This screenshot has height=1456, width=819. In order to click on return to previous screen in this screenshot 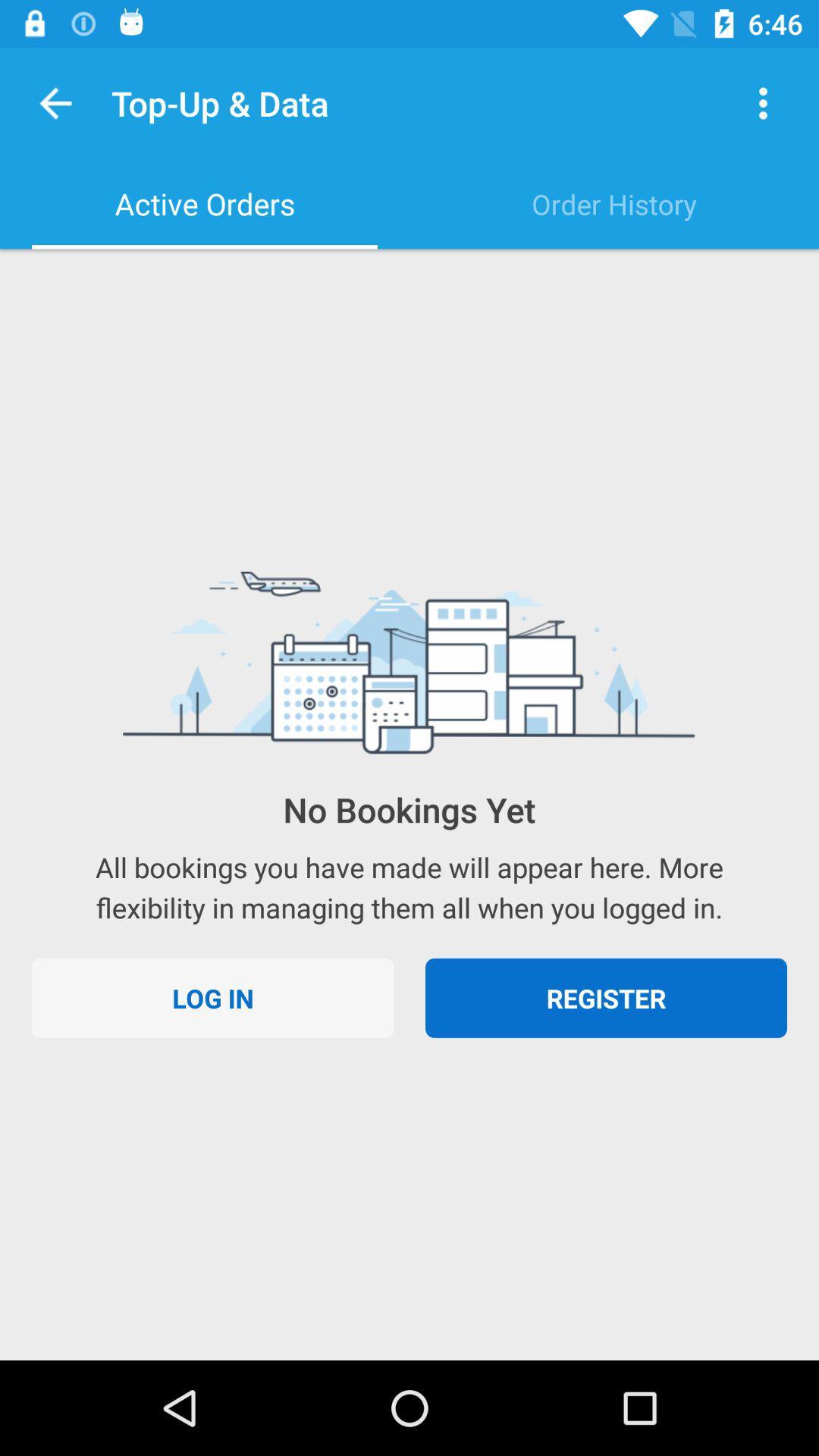, I will do `click(55, 102)`.